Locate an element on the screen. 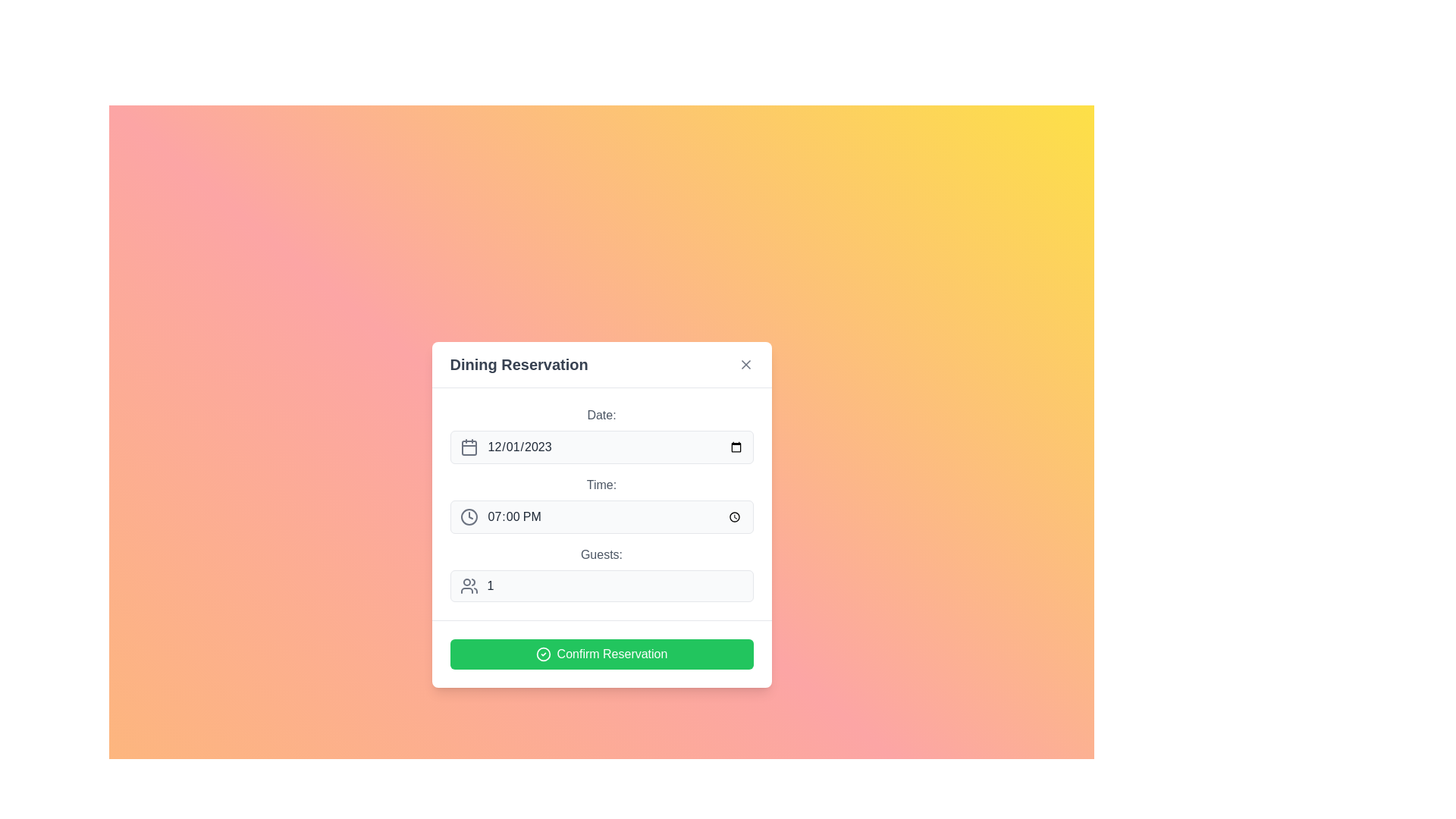 This screenshot has height=819, width=1456. the green 'Confirm Reservation' button with a white checkmark is located at coordinates (601, 654).